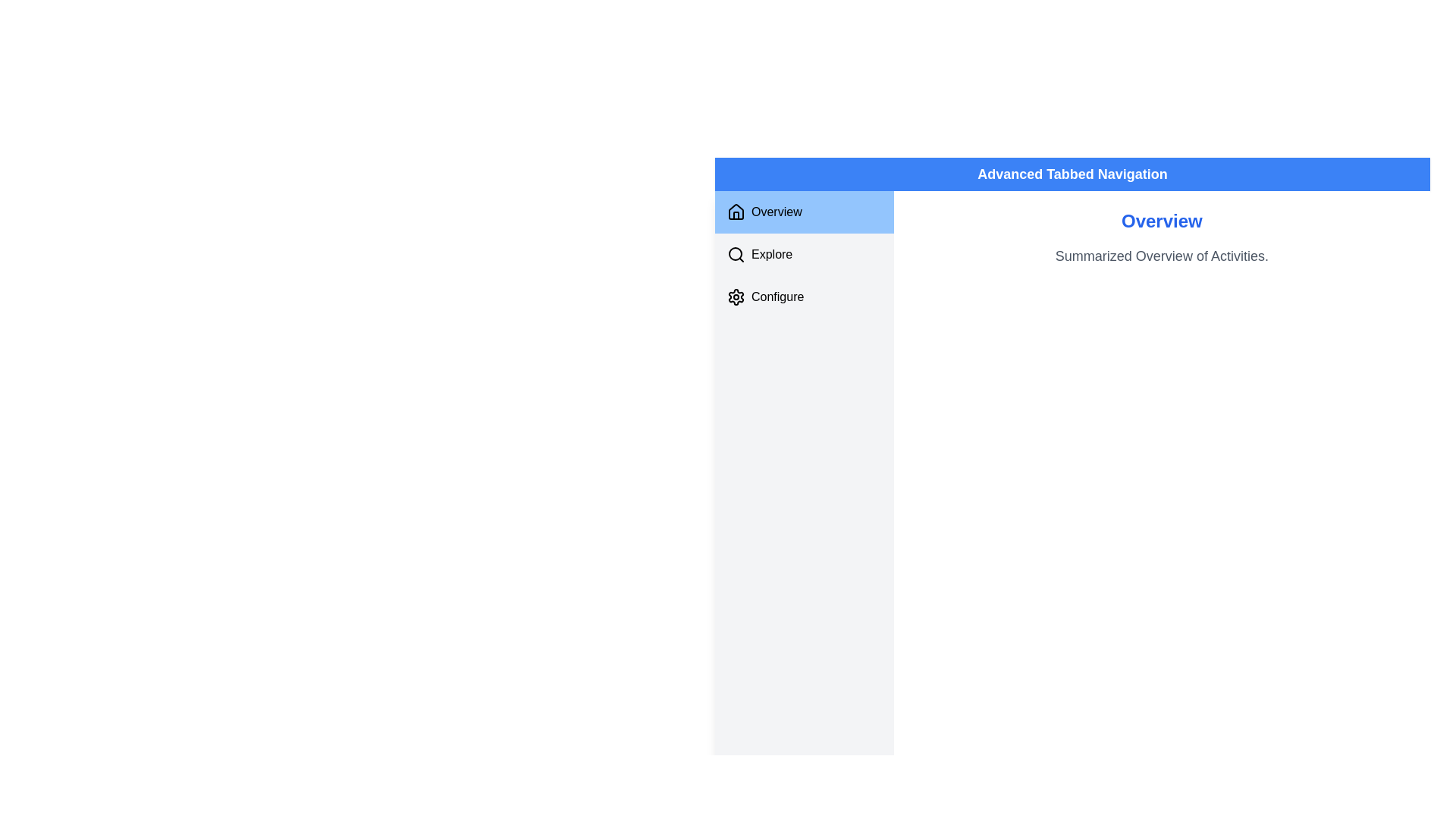  I want to click on the gear icon representing settings for the 'Configure' menu item located on the left sidebar below the 'Explore' item, so click(736, 297).